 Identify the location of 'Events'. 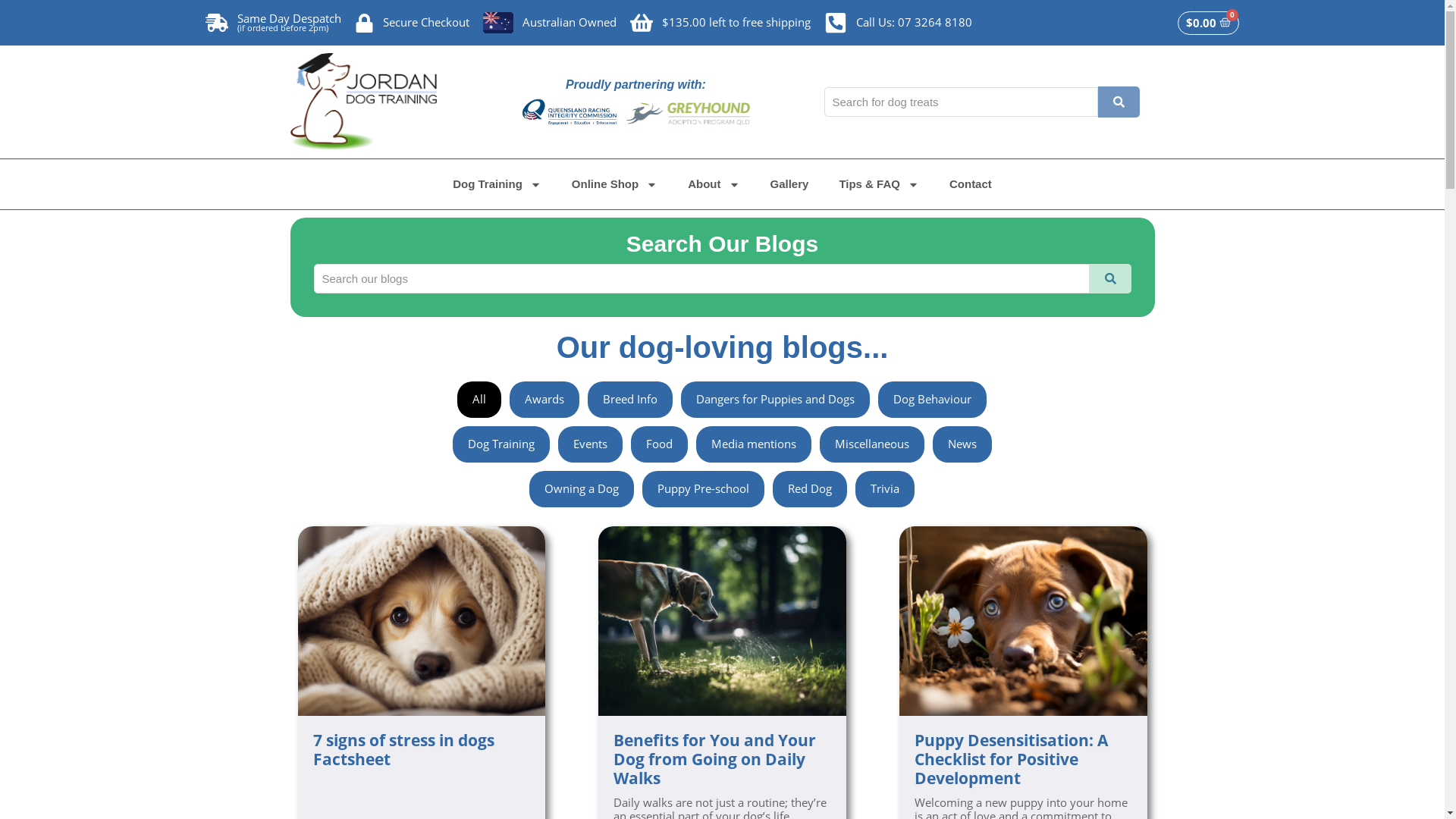
(589, 444).